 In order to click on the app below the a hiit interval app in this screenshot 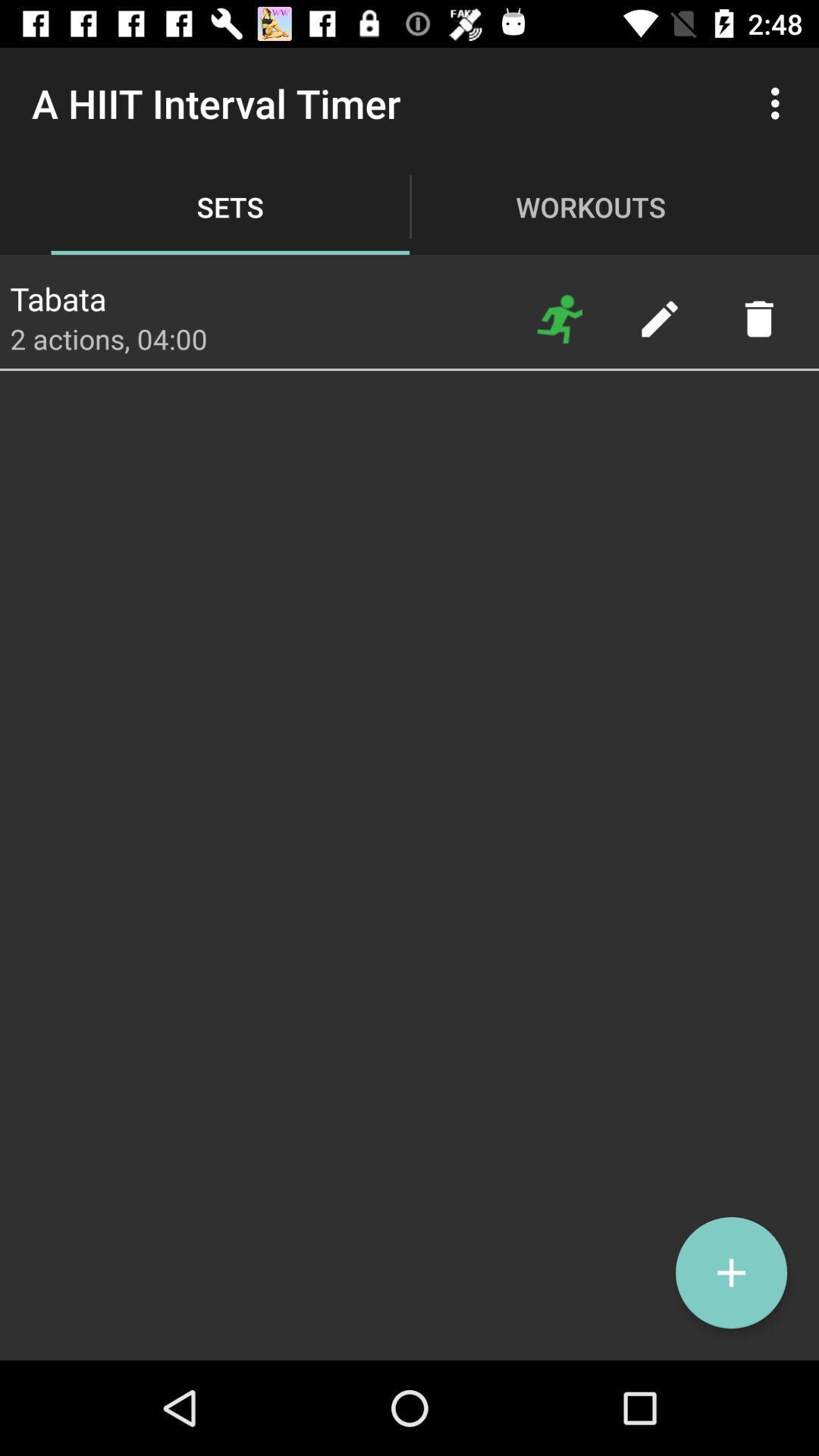, I will do `click(57, 294)`.